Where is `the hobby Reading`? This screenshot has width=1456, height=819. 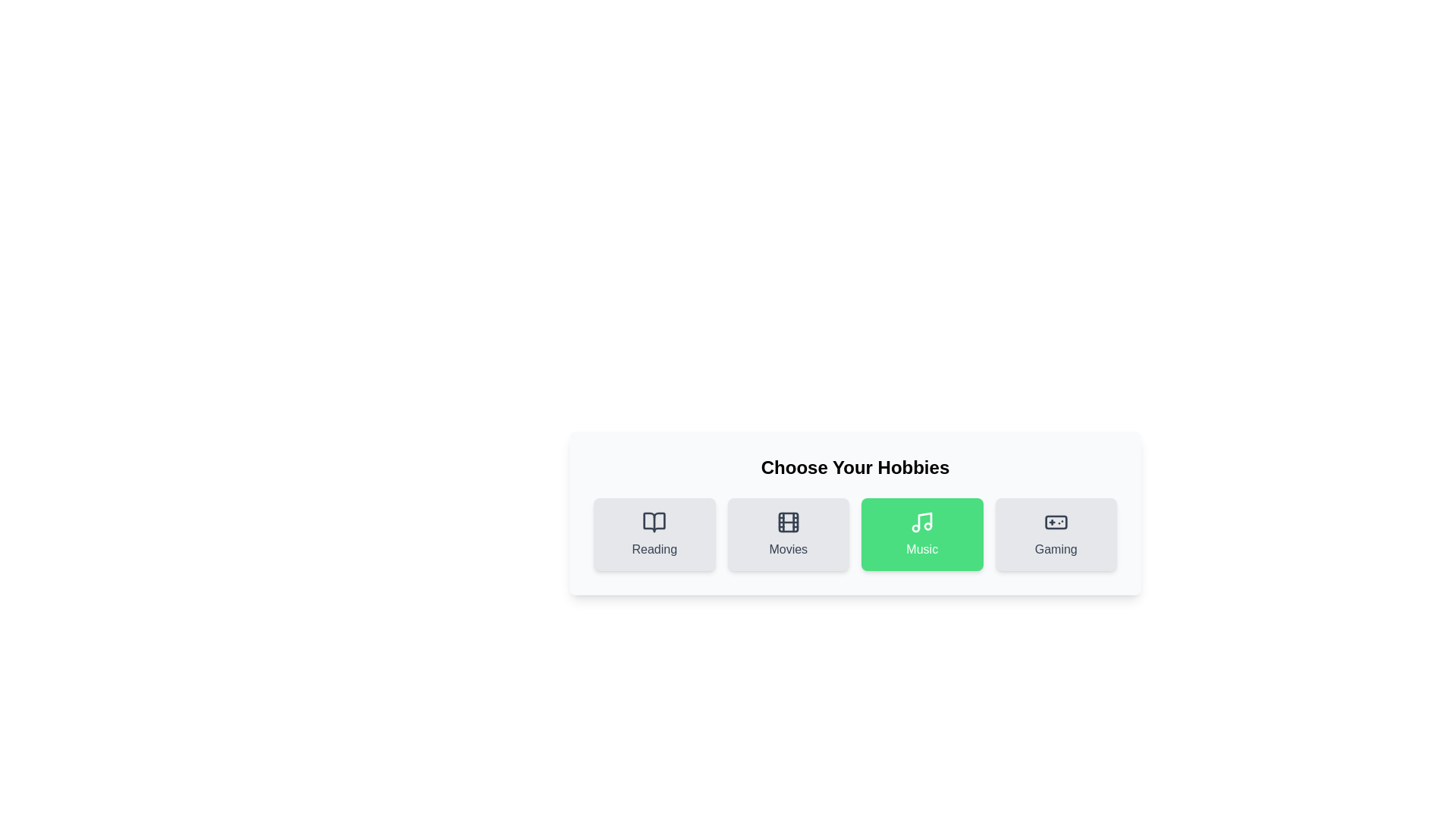 the hobby Reading is located at coordinates (654, 534).